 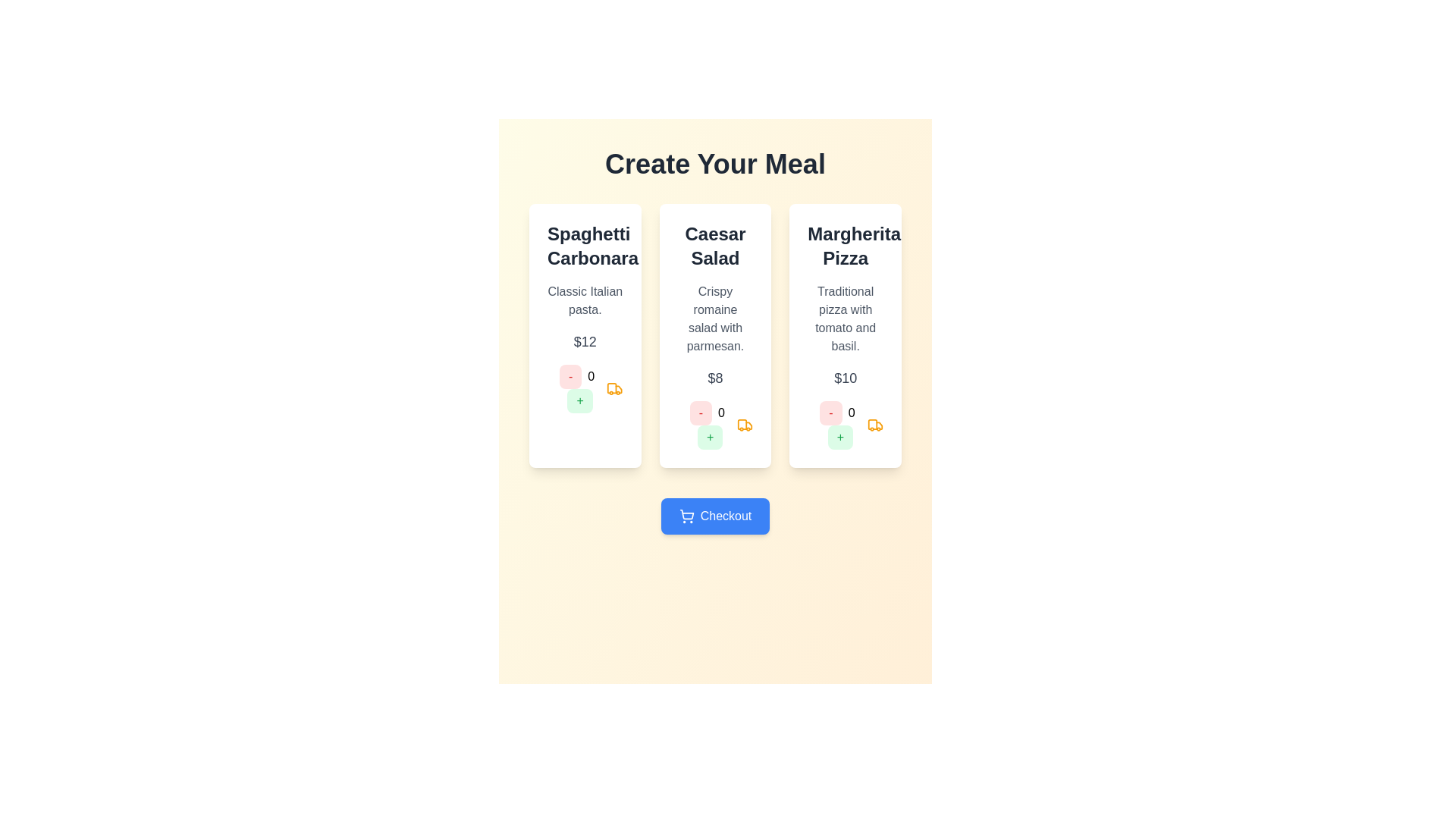 What do you see at coordinates (579, 400) in the screenshot?
I see `the increment button ('+') located in the lower section of the first card (Spaghetti Carbonara)` at bounding box center [579, 400].